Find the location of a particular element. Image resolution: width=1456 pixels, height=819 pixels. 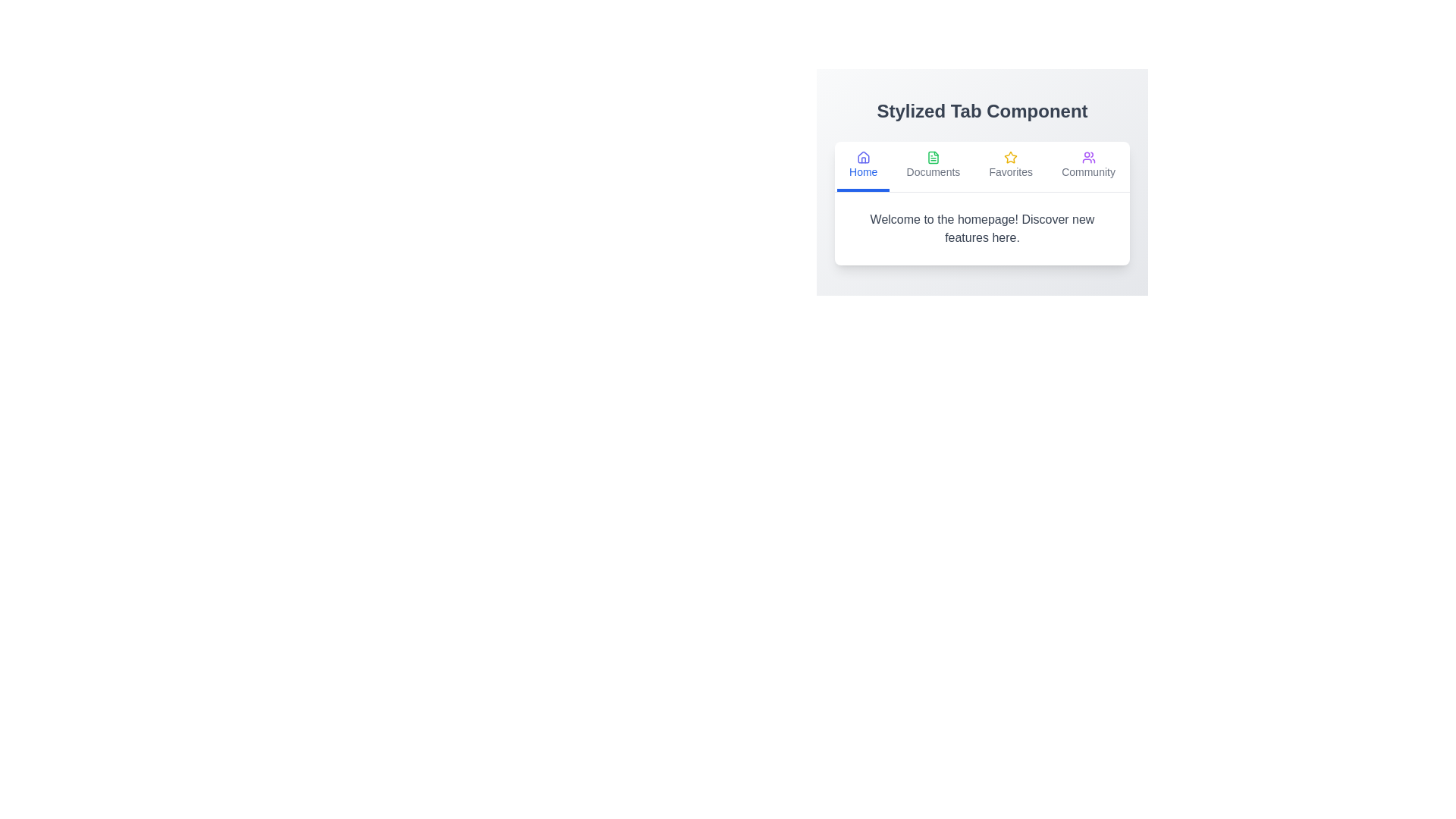

the 'Home' navigation tab button located at the leftmost side of the horizontal navigation bar is located at coordinates (863, 166).